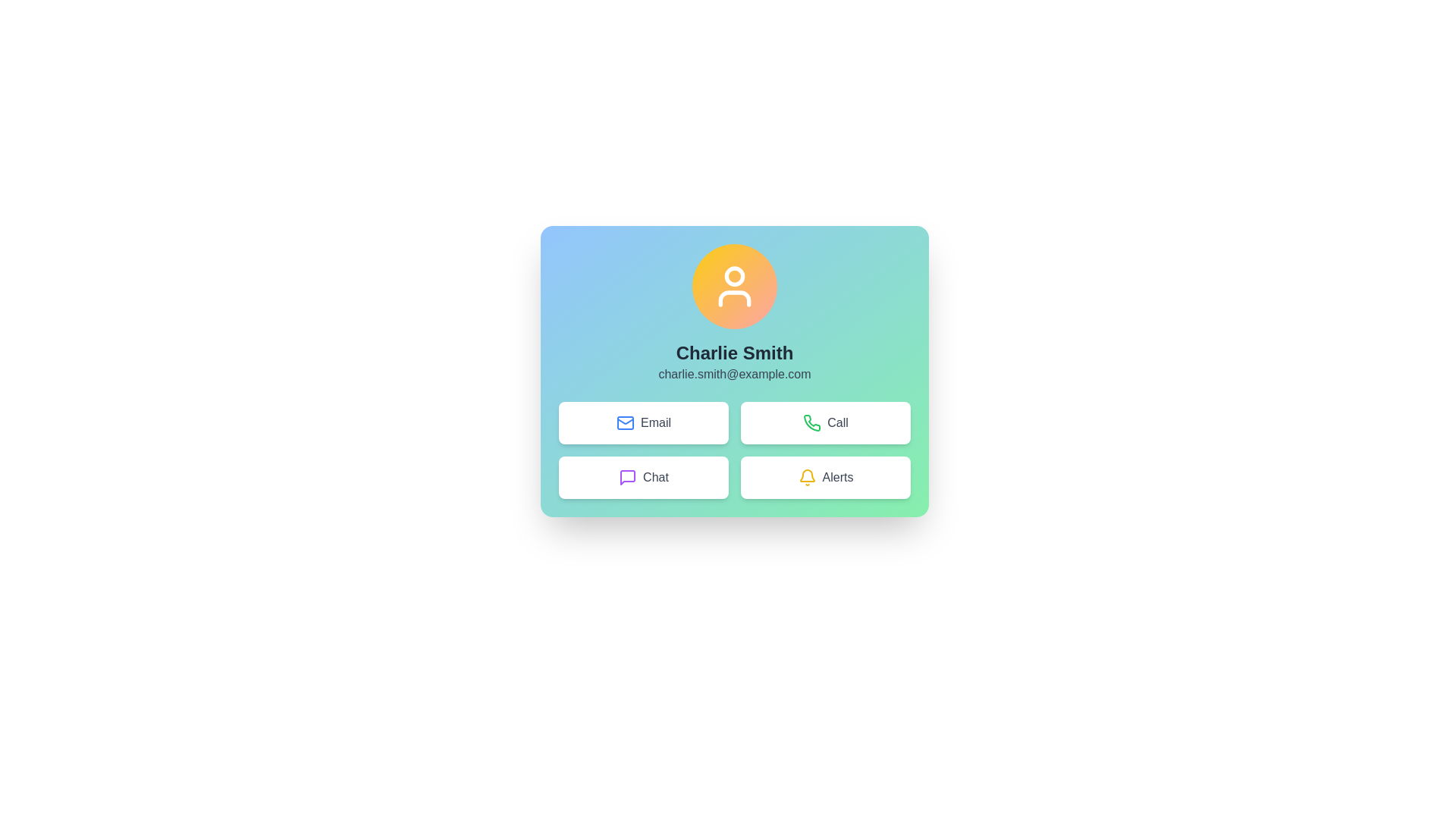  Describe the element at coordinates (836, 476) in the screenshot. I see `text label that indicates the notification or alert functionality, located in the bottom-right quadrant of the card layout, next to a yellow bell icon` at that location.